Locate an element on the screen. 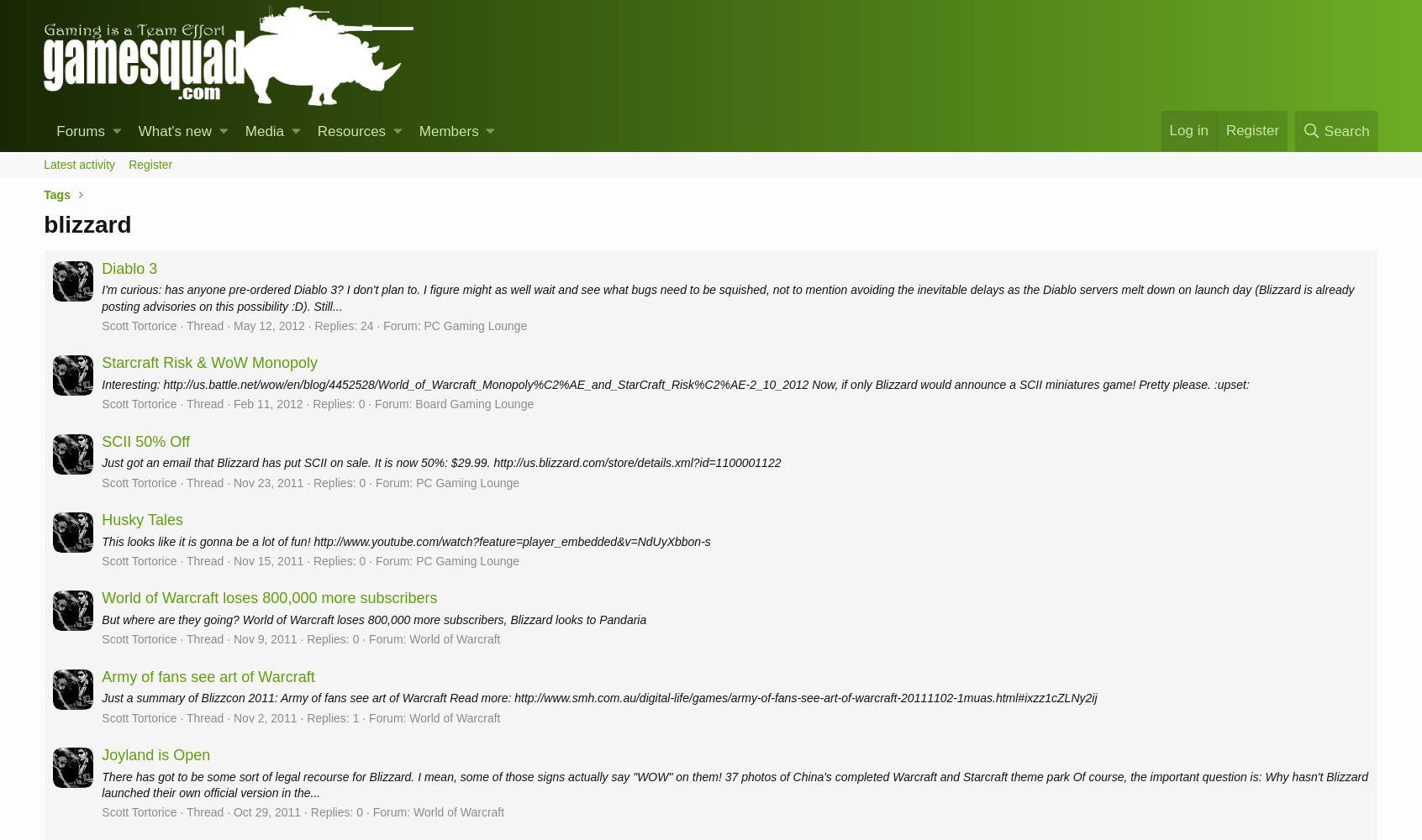 The image size is (1422, 840). 'Log in' is located at coordinates (1188, 129).